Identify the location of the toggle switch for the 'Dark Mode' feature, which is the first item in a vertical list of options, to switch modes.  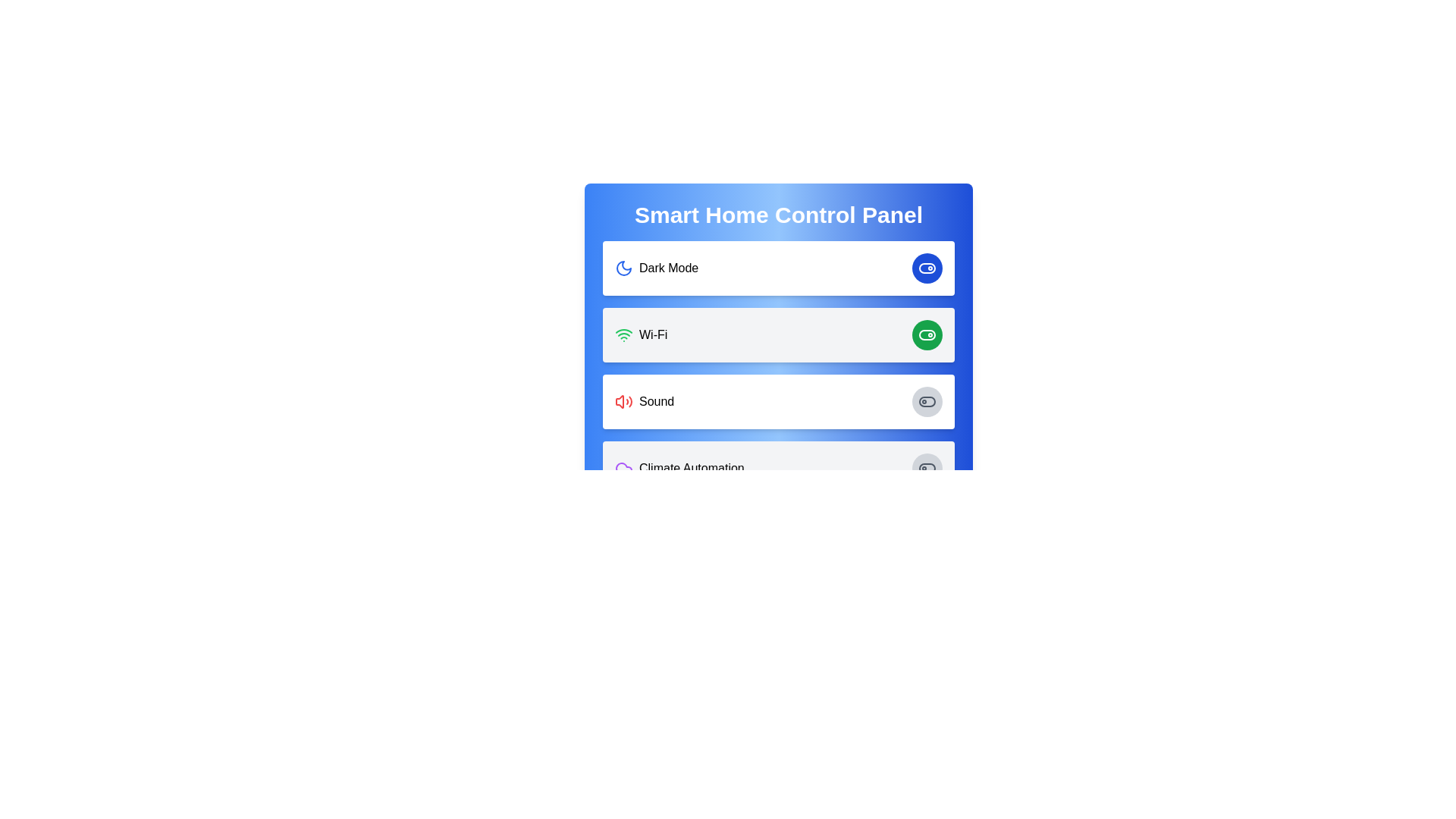
(779, 268).